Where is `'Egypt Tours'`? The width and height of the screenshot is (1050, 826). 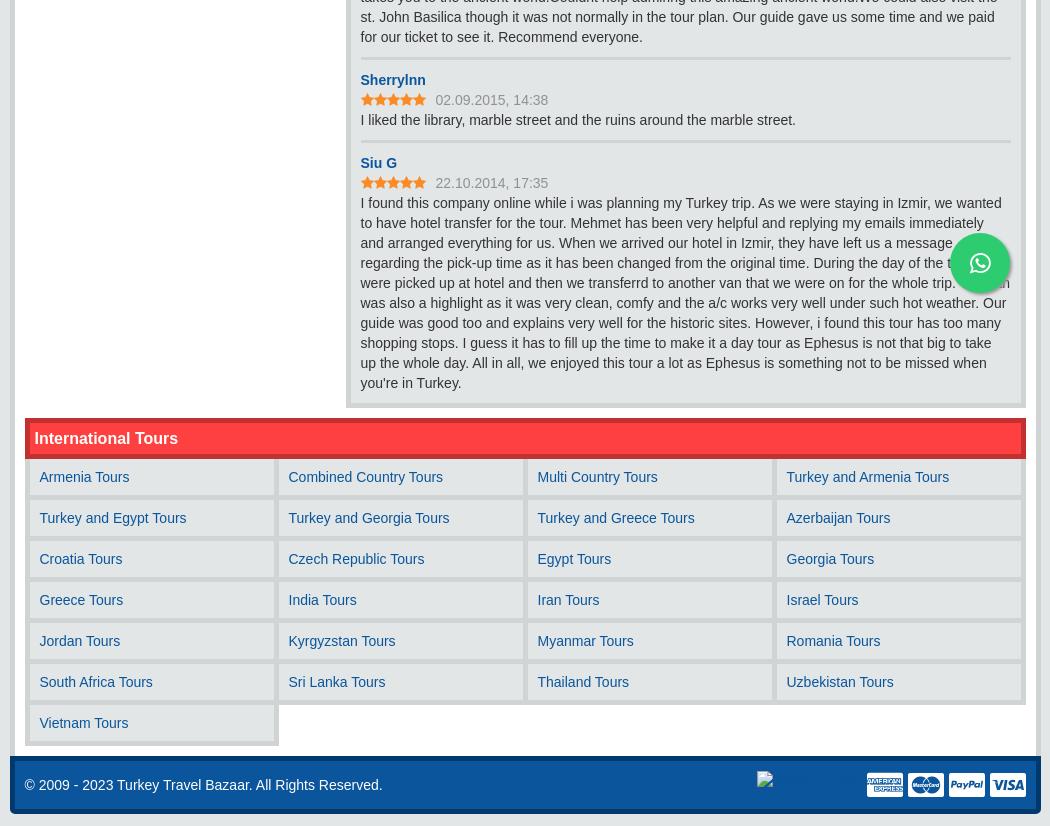 'Egypt Tours' is located at coordinates (573, 559).